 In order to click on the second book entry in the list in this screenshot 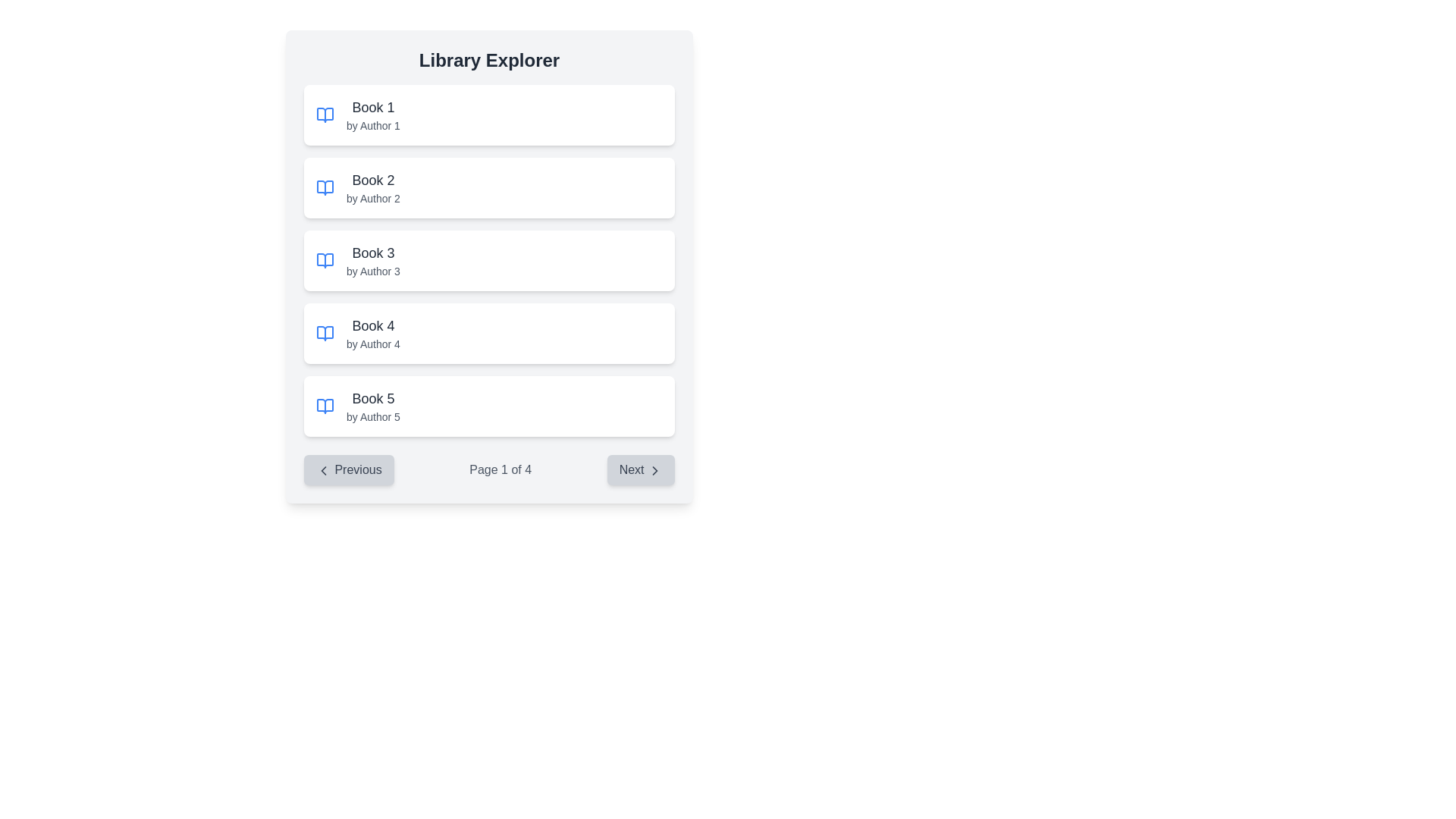, I will do `click(489, 187)`.